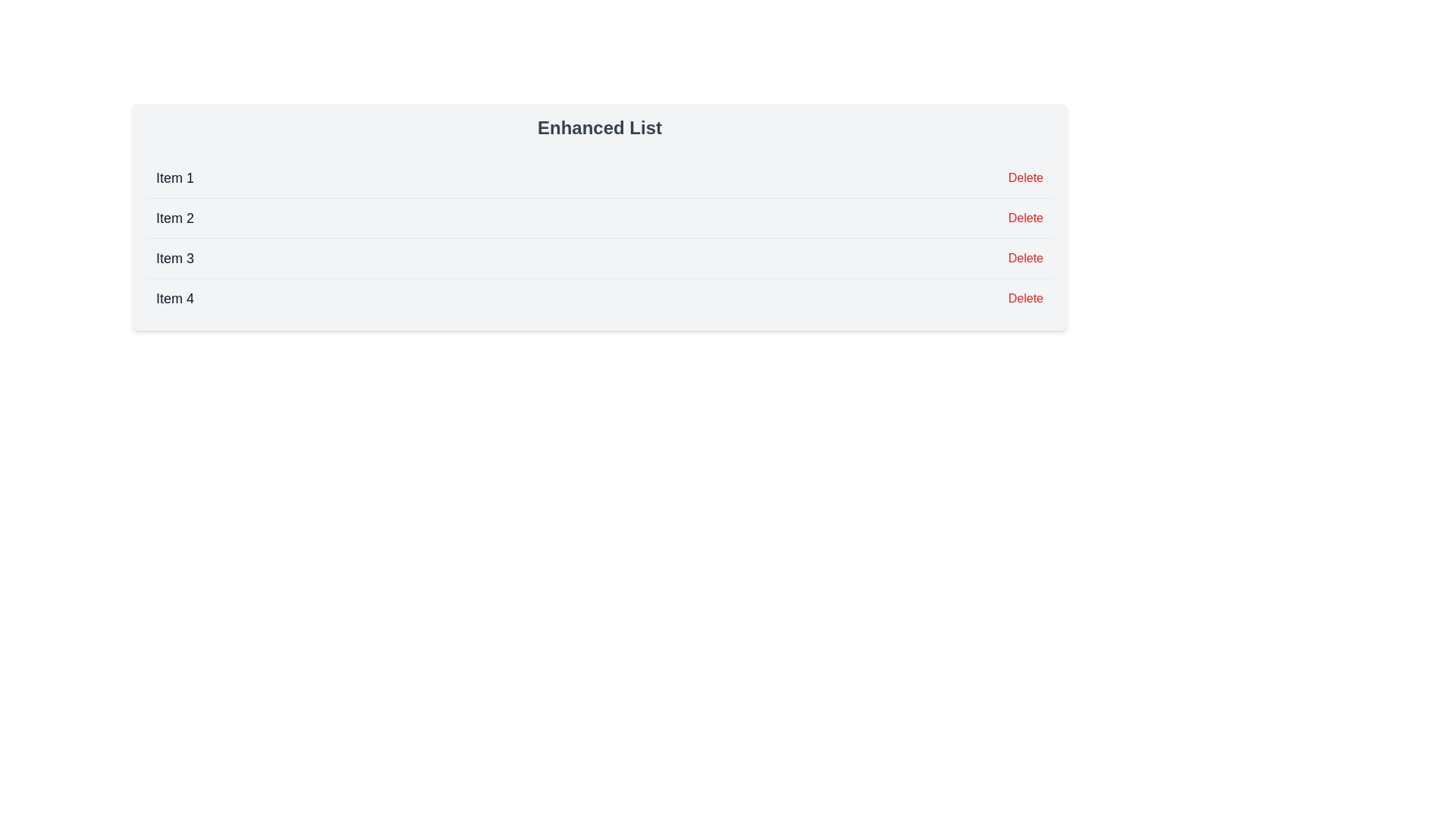 This screenshot has height=819, width=1456. I want to click on the 'Delete' button labeled in red font associated with 'Item 3' in the upper-right section of the third row, so click(1025, 257).